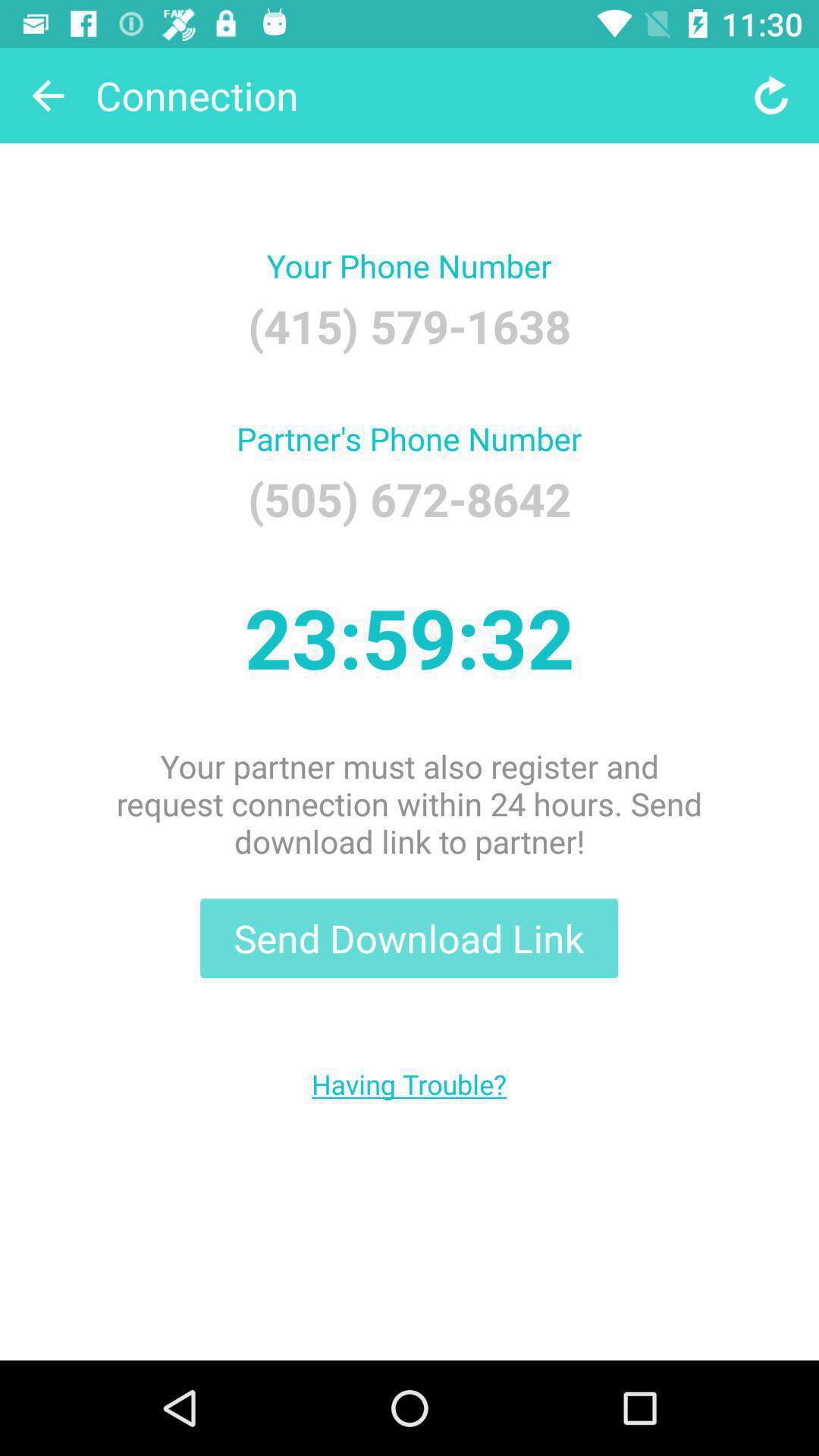  I want to click on the icon to the right of connection item, so click(771, 94).